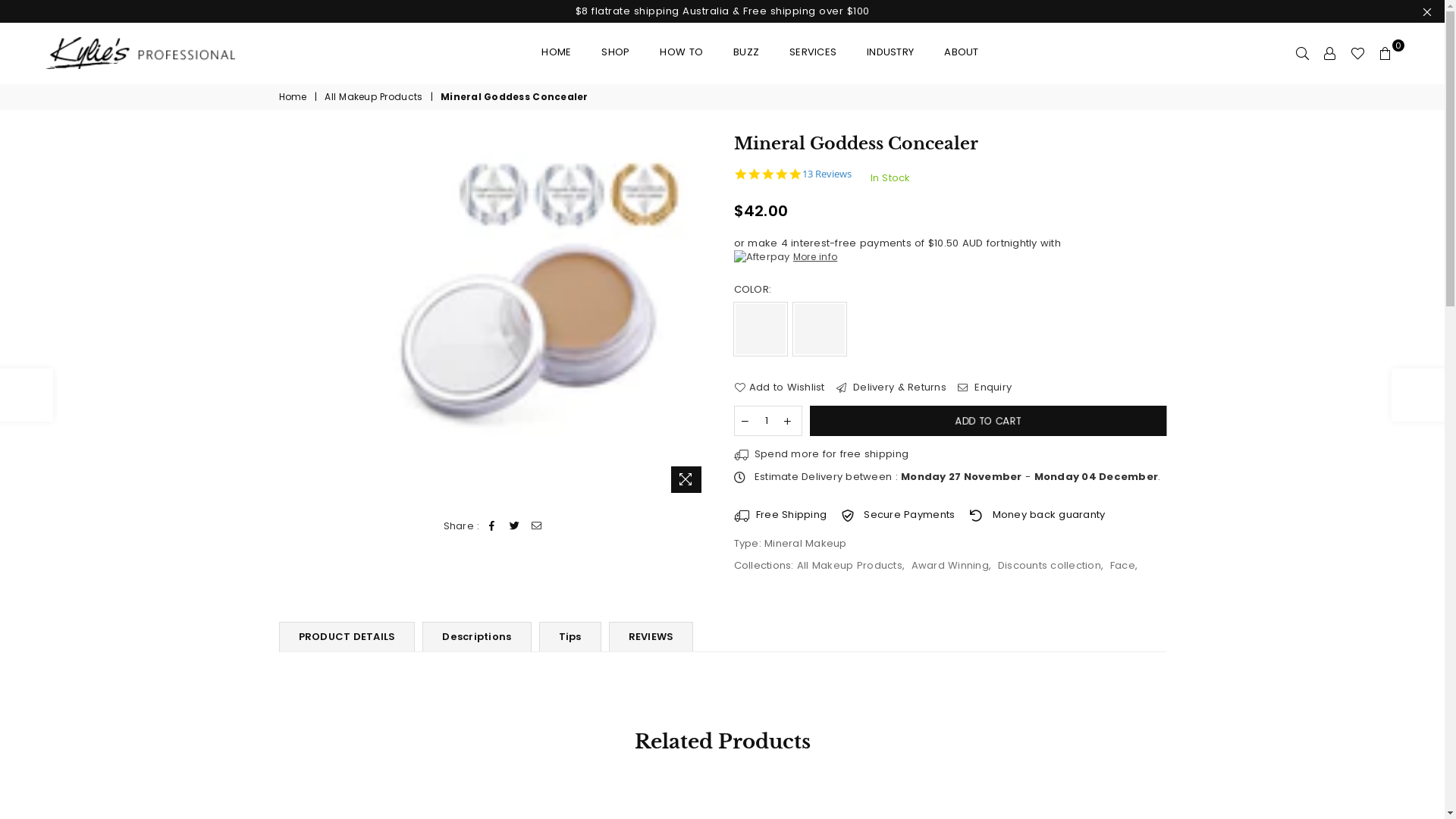 The width and height of the screenshot is (1456, 819). Describe the element at coordinates (1048, 565) in the screenshot. I see `'Discounts collection'` at that location.